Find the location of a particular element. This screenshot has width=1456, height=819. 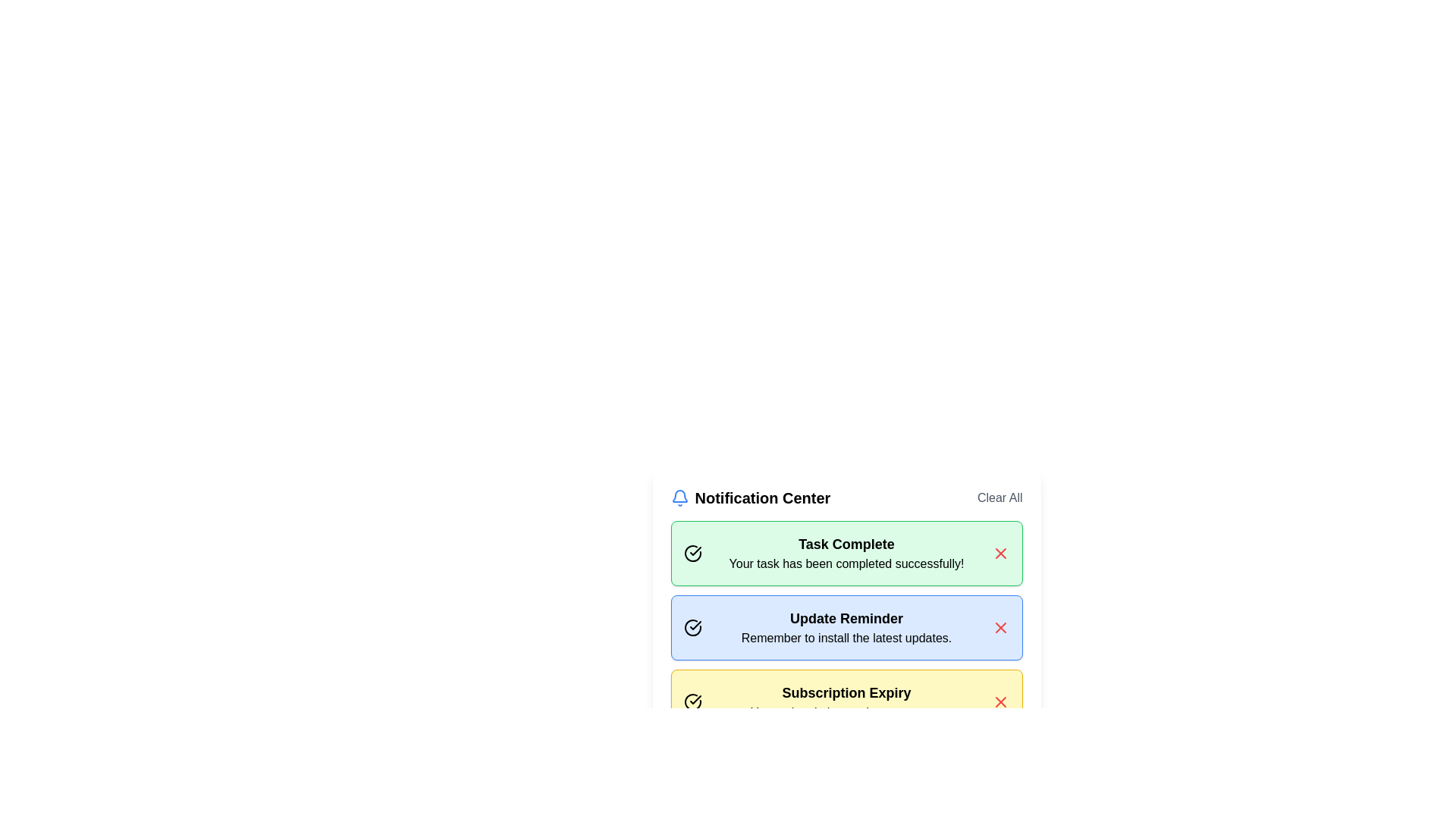

the dismiss button located in the bottom-right corner of the notification card that indicates 'Subscription Expiry' is located at coordinates (1000, 701).